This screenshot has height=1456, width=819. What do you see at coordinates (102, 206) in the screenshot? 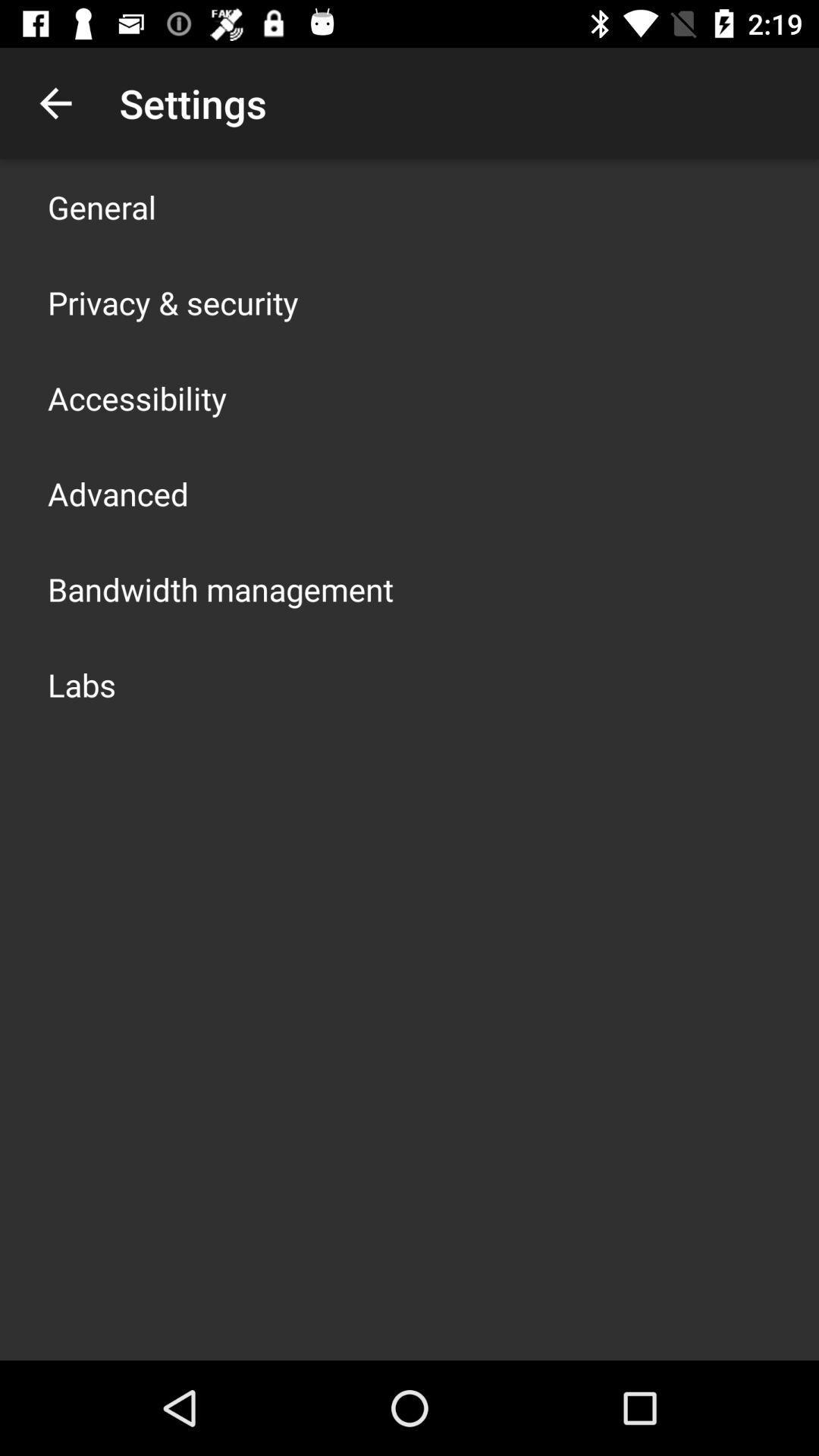
I see `the item above the privacy & security item` at bounding box center [102, 206].